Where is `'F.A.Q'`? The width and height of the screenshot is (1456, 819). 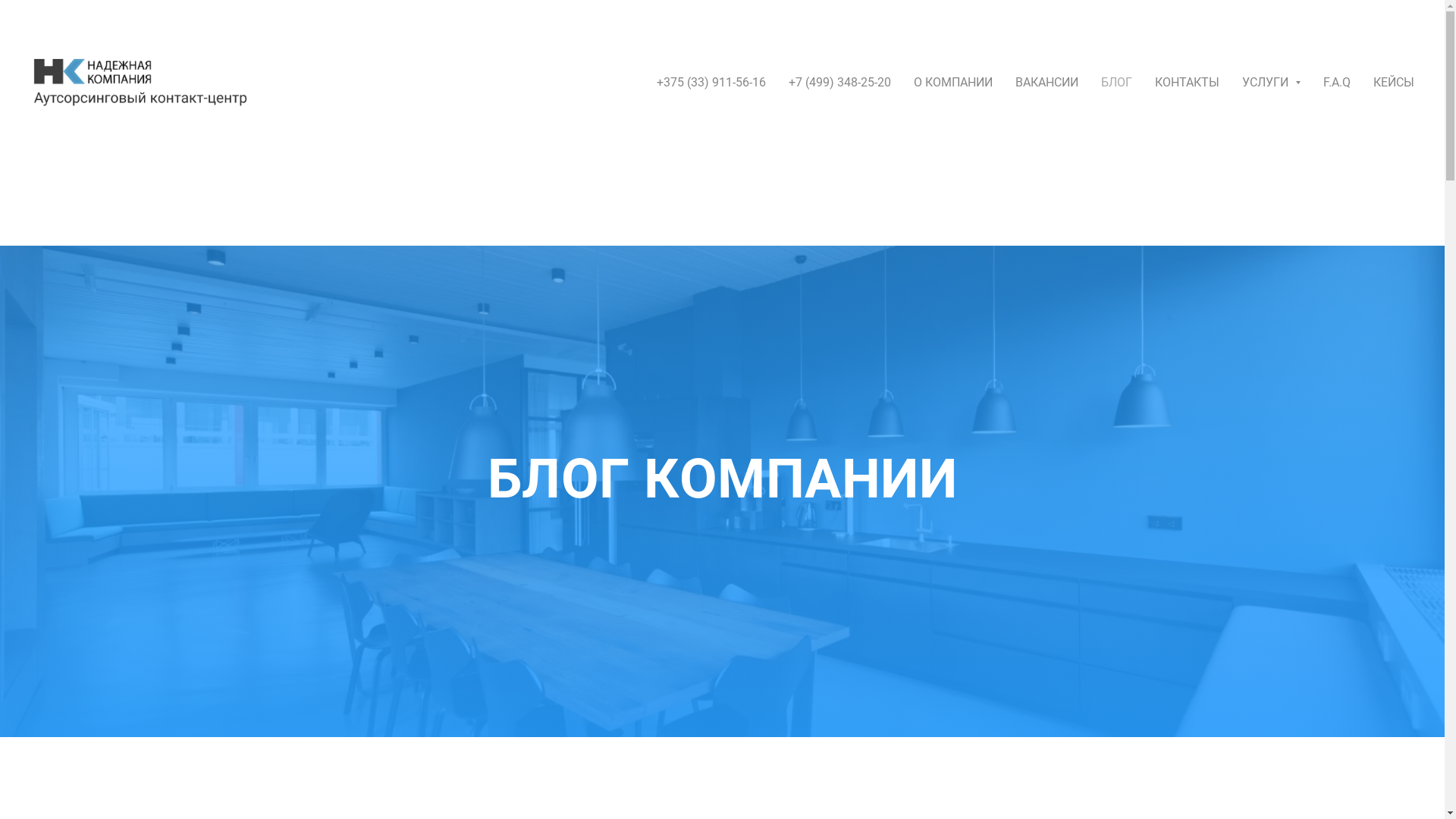
'F.A.Q' is located at coordinates (1336, 81).